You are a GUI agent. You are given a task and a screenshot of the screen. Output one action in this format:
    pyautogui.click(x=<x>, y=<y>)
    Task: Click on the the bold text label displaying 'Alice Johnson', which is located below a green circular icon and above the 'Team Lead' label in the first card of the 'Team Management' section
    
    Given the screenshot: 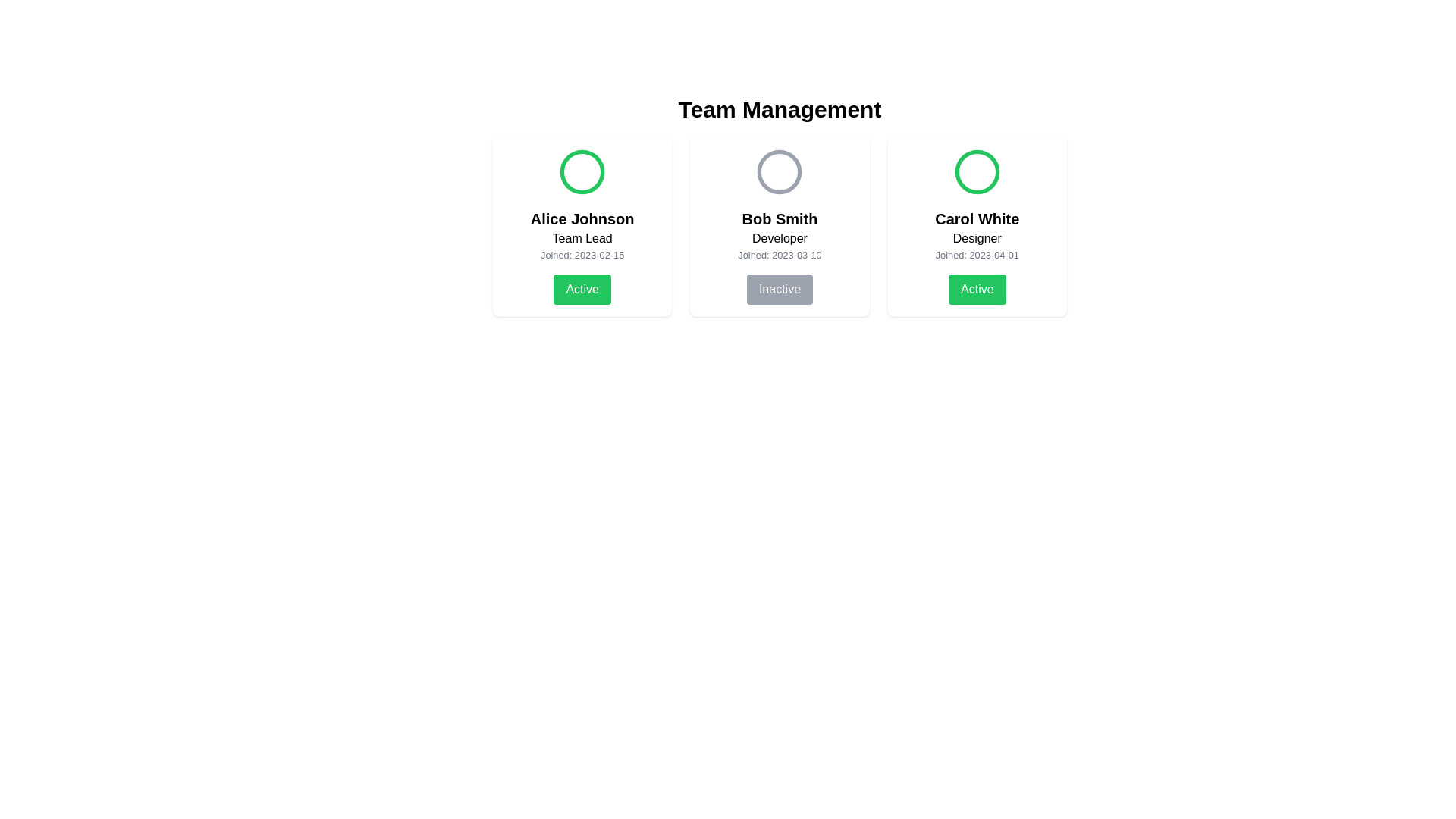 What is the action you would take?
    pyautogui.click(x=582, y=219)
    